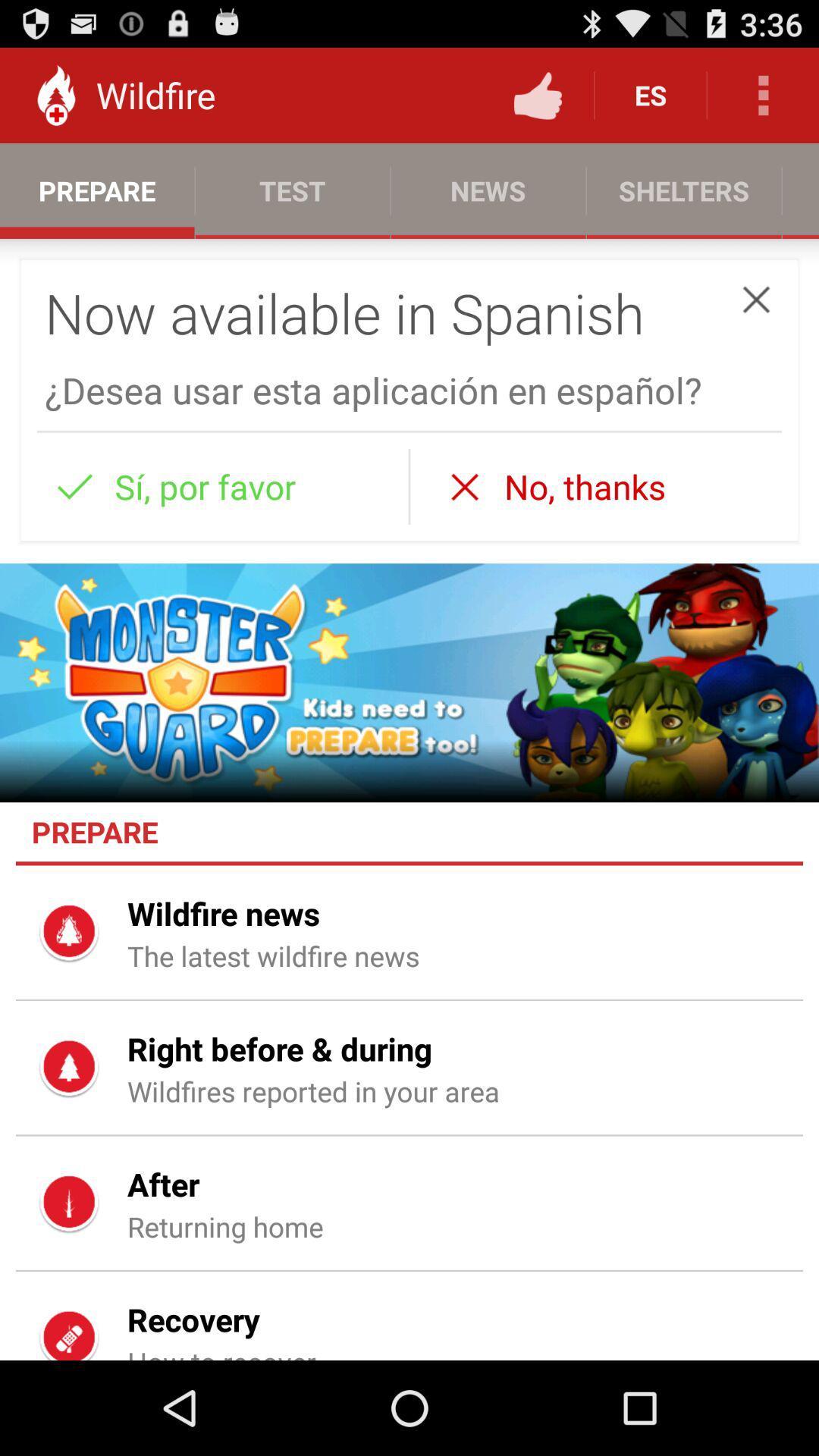 The width and height of the screenshot is (819, 1456). I want to click on icon above the shelters icon, so click(763, 94).